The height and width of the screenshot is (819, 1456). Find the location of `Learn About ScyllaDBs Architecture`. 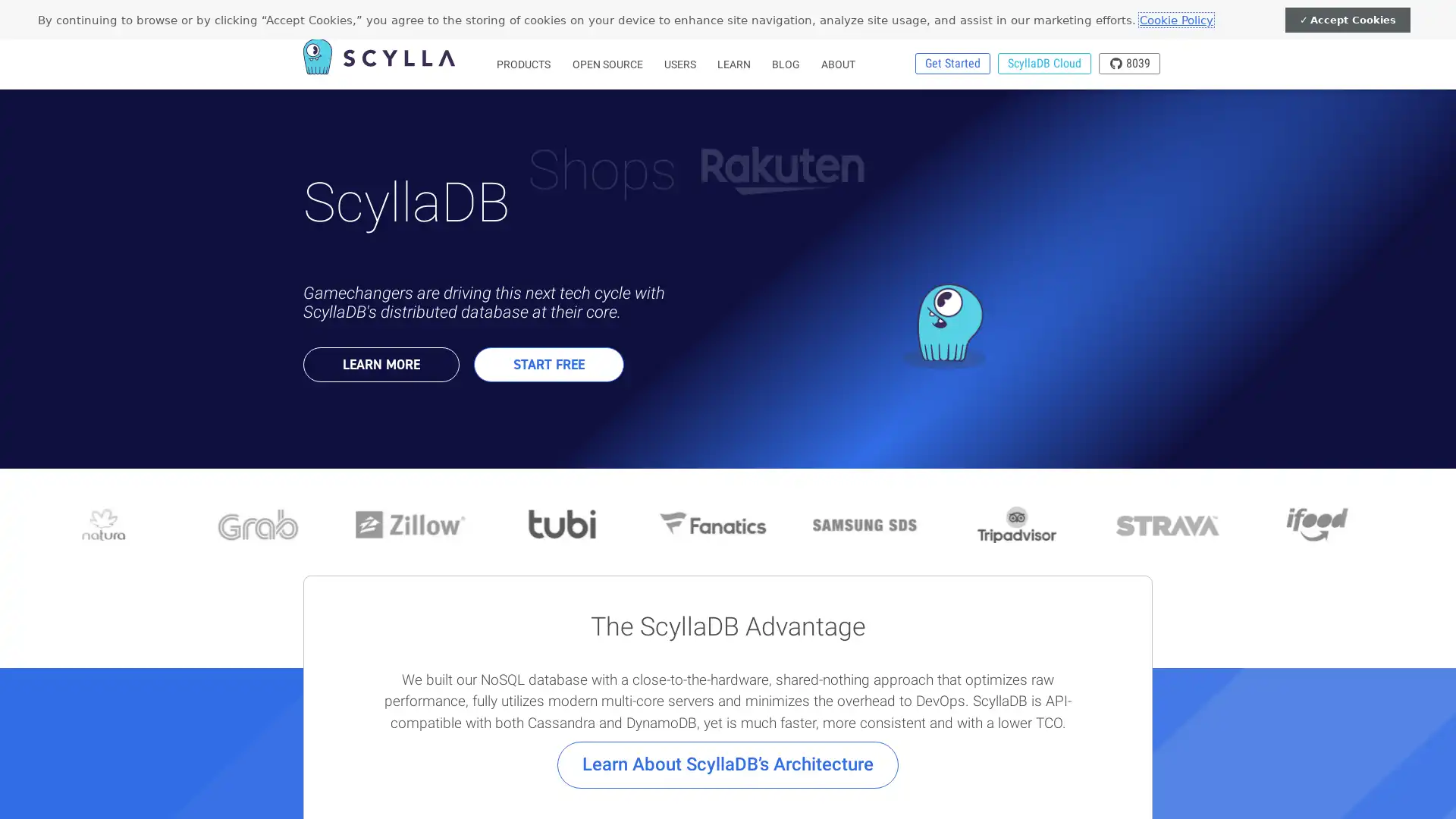

Learn About ScyllaDBs Architecture is located at coordinates (728, 765).